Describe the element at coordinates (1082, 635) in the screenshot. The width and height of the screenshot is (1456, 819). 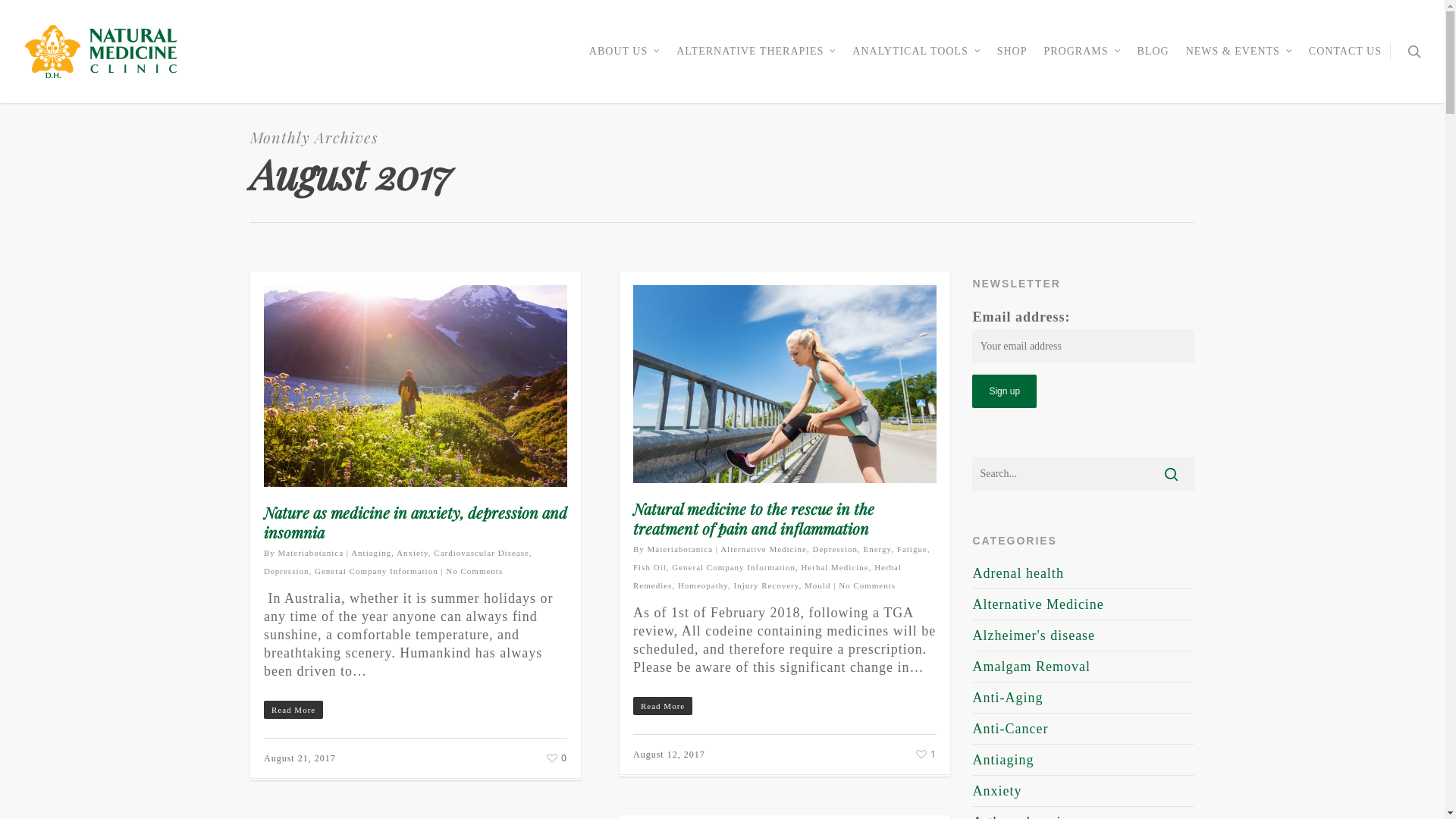
I see `'Alzheimer's disease'` at that location.